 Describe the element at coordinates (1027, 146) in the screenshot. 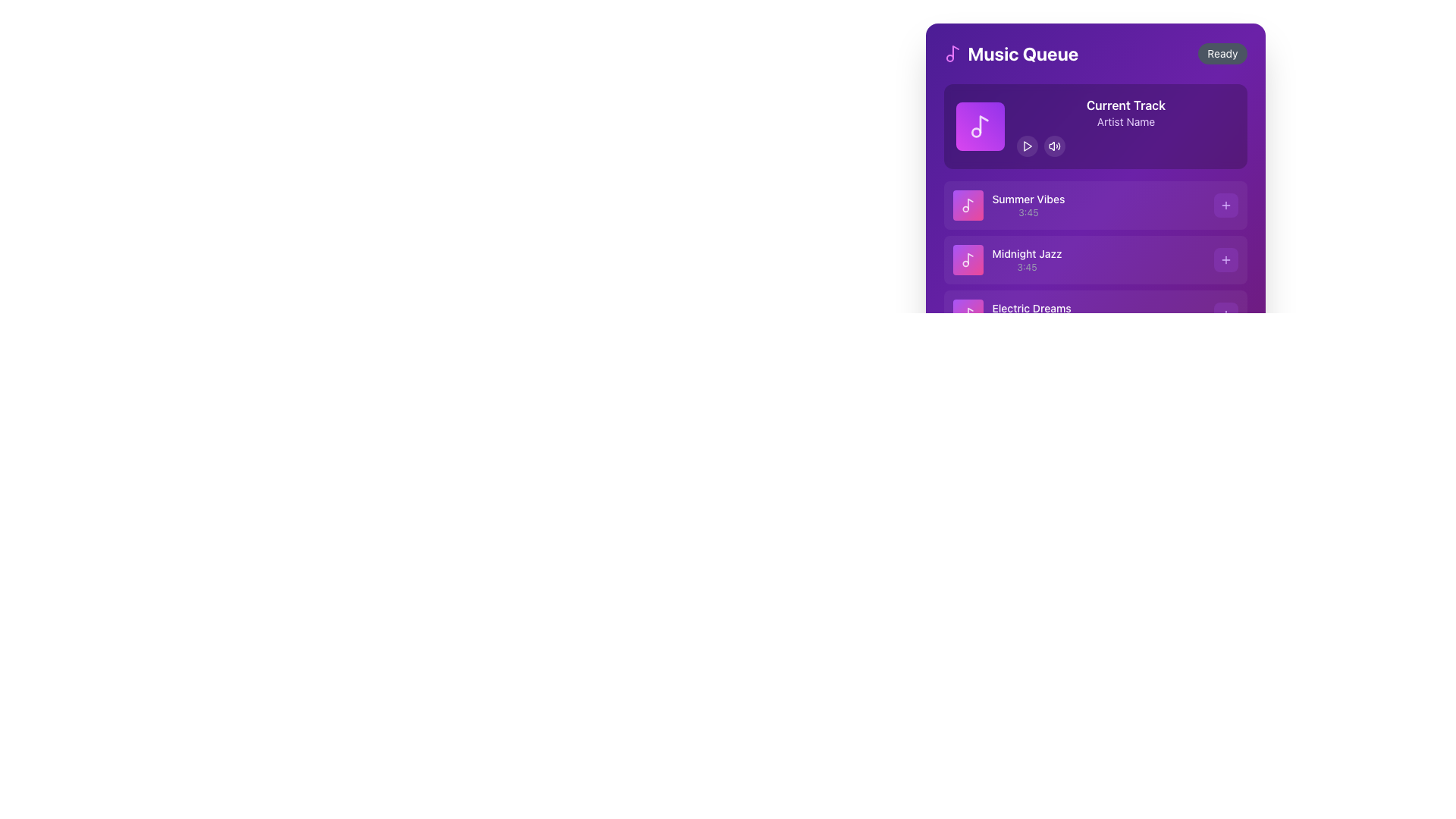

I see `the play button icon, which is a small triangular button in a circular background, located in the music player interface` at that location.